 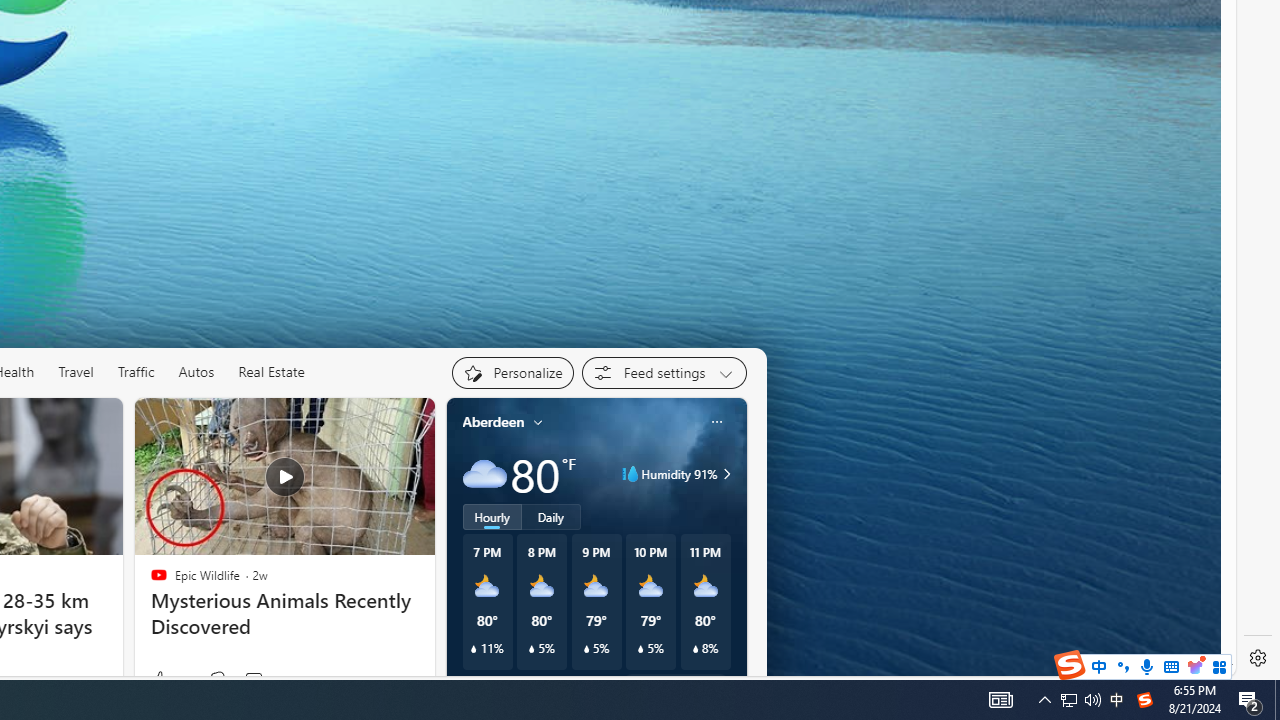 What do you see at coordinates (197, 371) in the screenshot?
I see `'Autos'` at bounding box center [197, 371].